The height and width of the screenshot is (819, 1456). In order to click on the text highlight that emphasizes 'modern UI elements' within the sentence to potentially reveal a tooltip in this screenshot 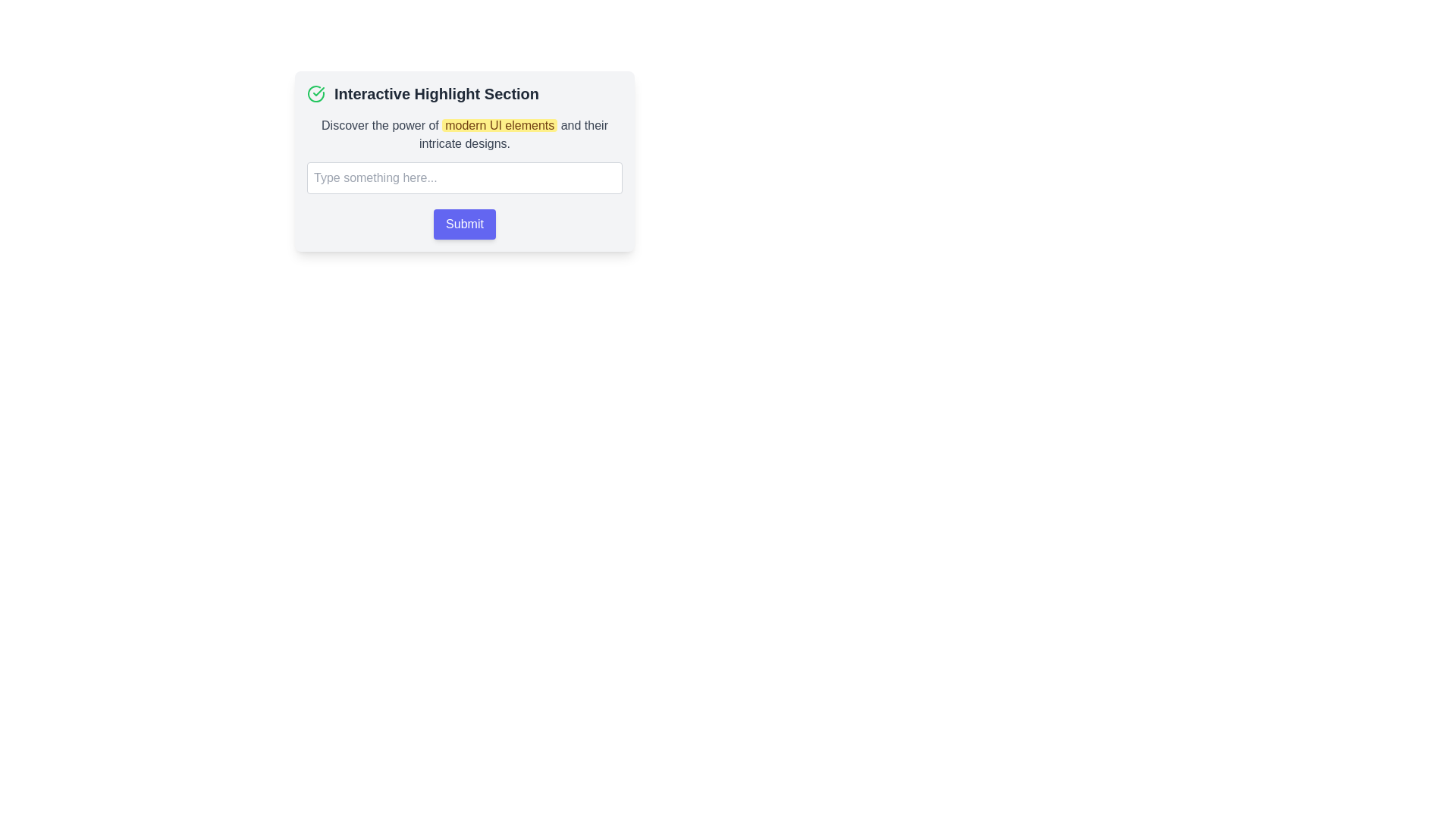, I will do `click(500, 124)`.